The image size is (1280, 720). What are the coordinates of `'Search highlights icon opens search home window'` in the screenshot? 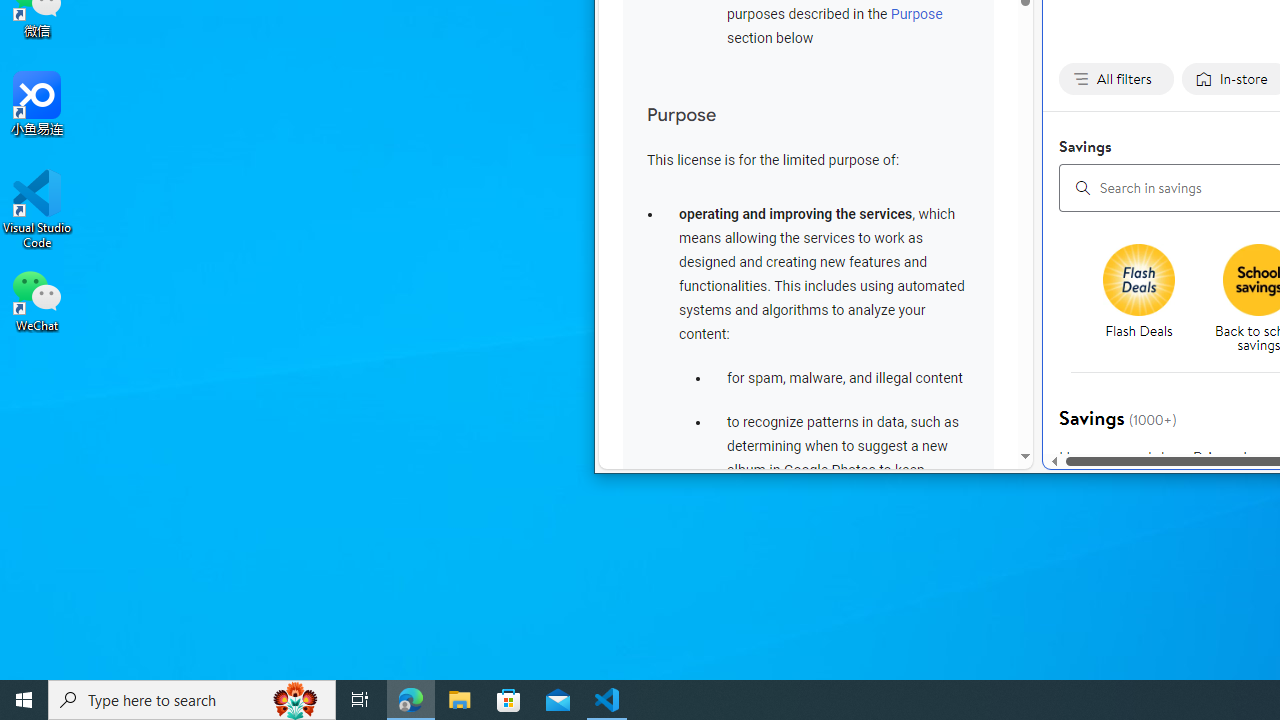 It's located at (294, 698).